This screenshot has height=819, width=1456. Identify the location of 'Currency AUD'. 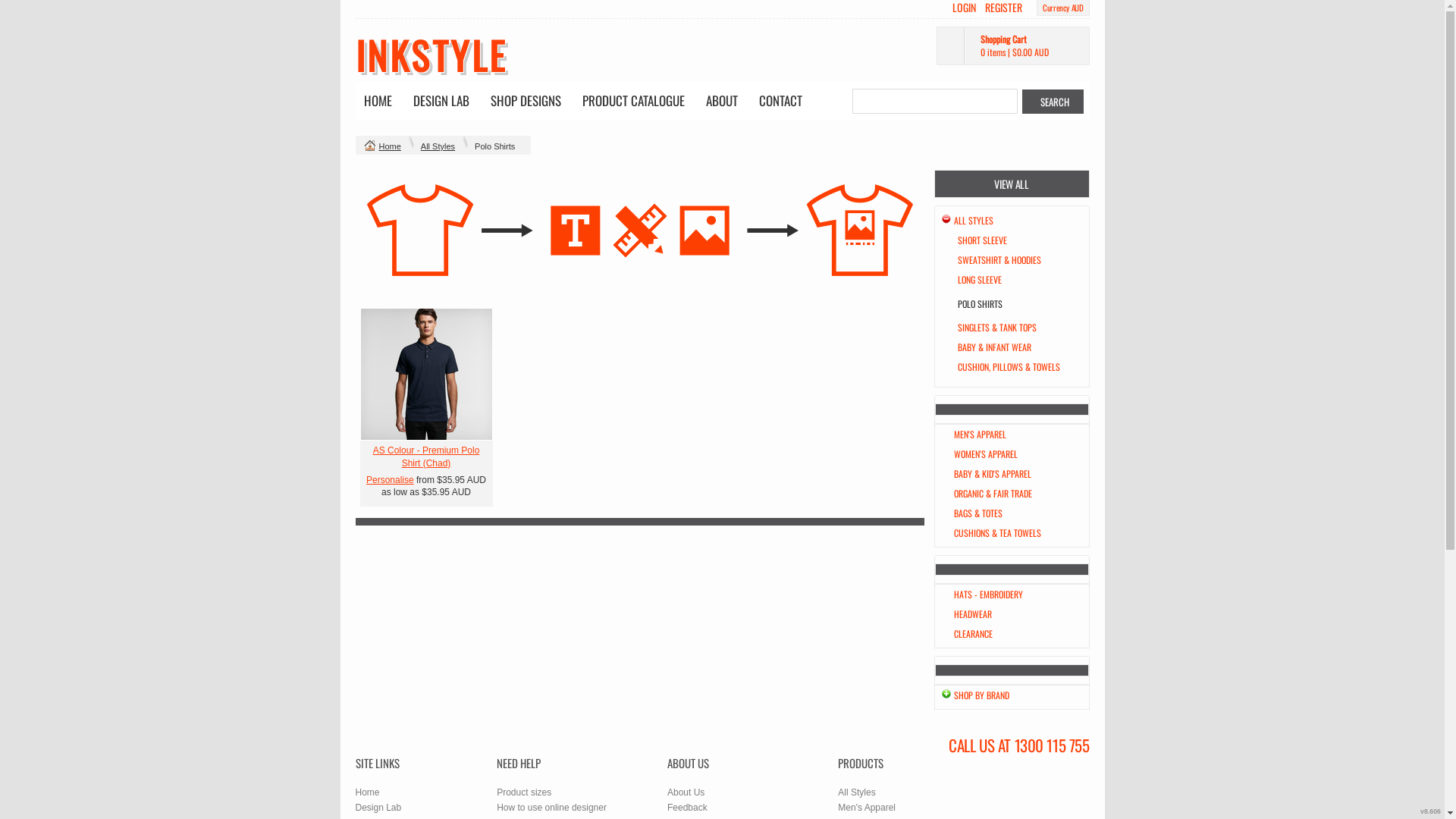
(1041, 8).